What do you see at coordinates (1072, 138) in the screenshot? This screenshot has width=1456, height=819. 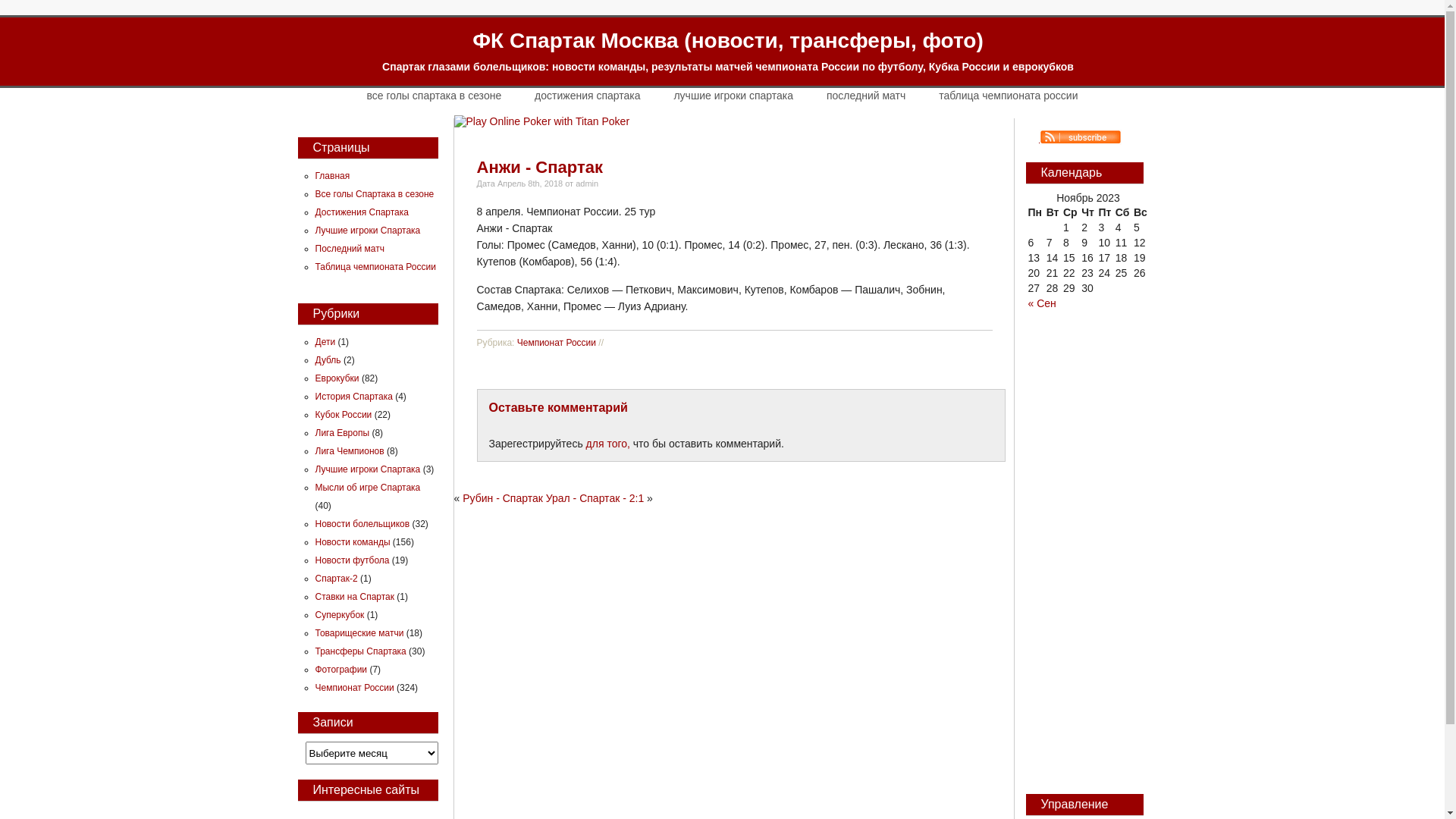 I see `'RSS Syndication'` at bounding box center [1072, 138].